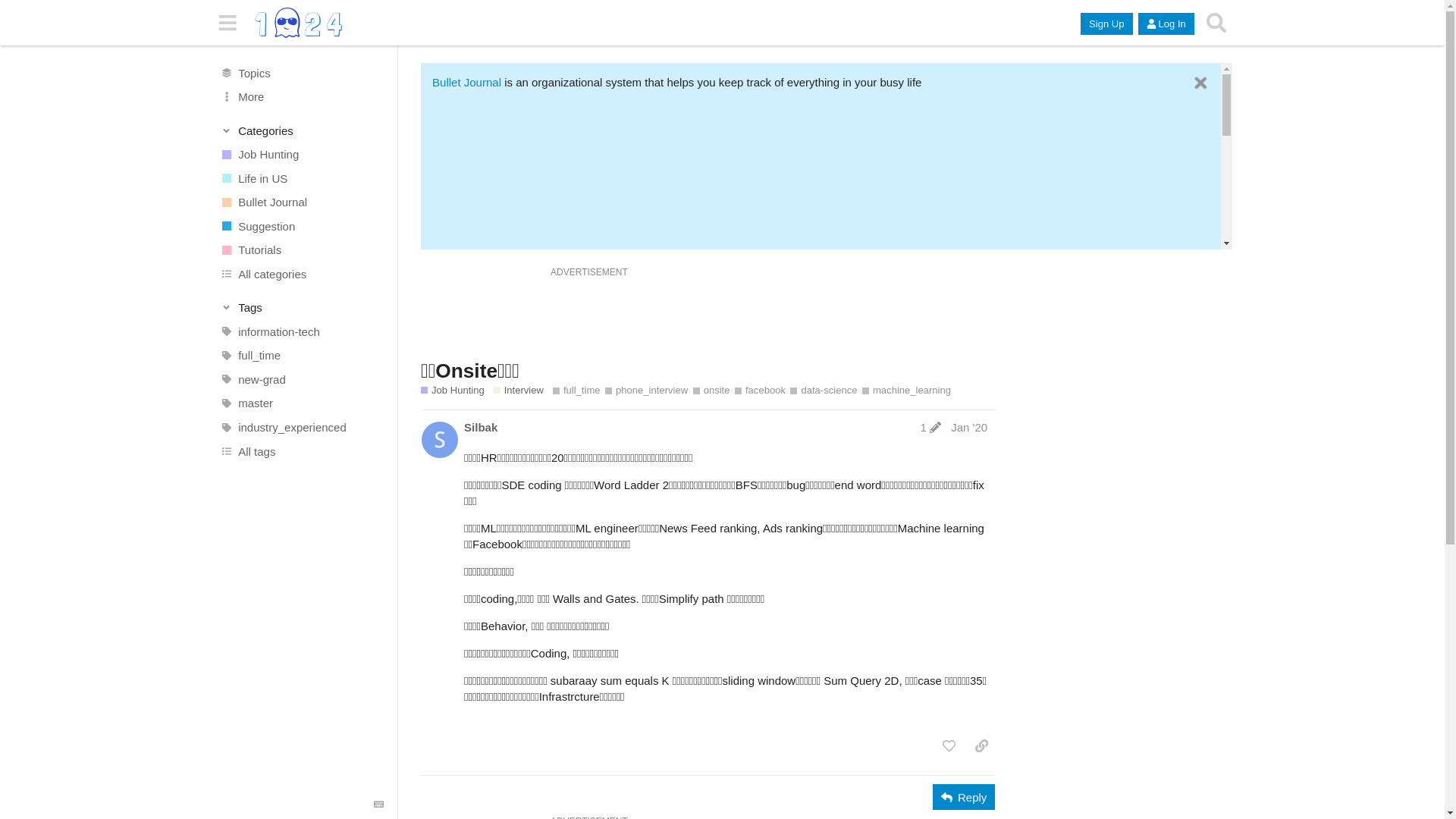  What do you see at coordinates (301, 96) in the screenshot?
I see `'More'` at bounding box center [301, 96].